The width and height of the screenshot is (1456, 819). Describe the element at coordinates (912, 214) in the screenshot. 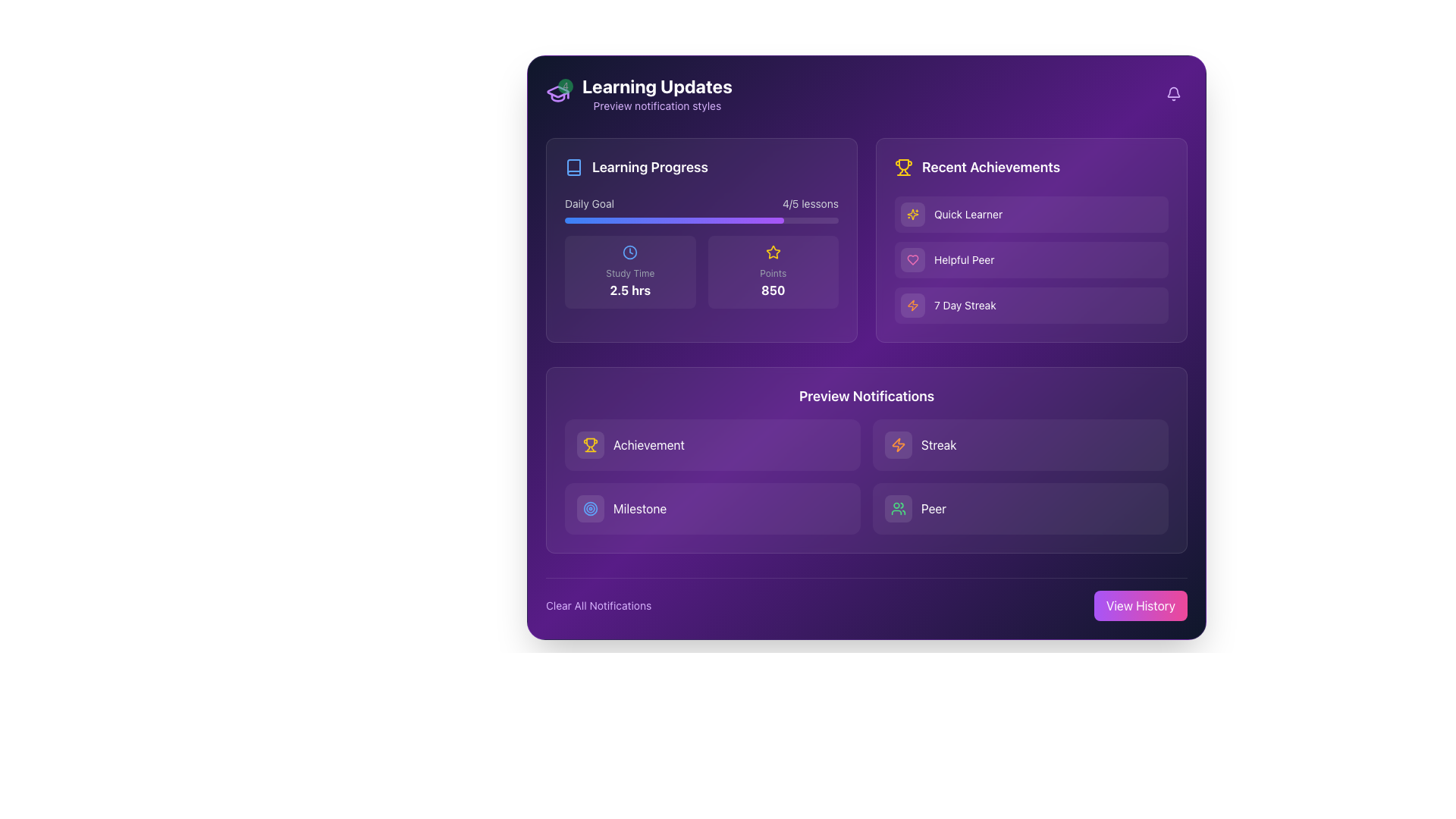

I see `the leftmost Achievement icon in the 'Recent Achievements' section, aligned with the text 'Quick Learner', to get more information about the achievement` at that location.